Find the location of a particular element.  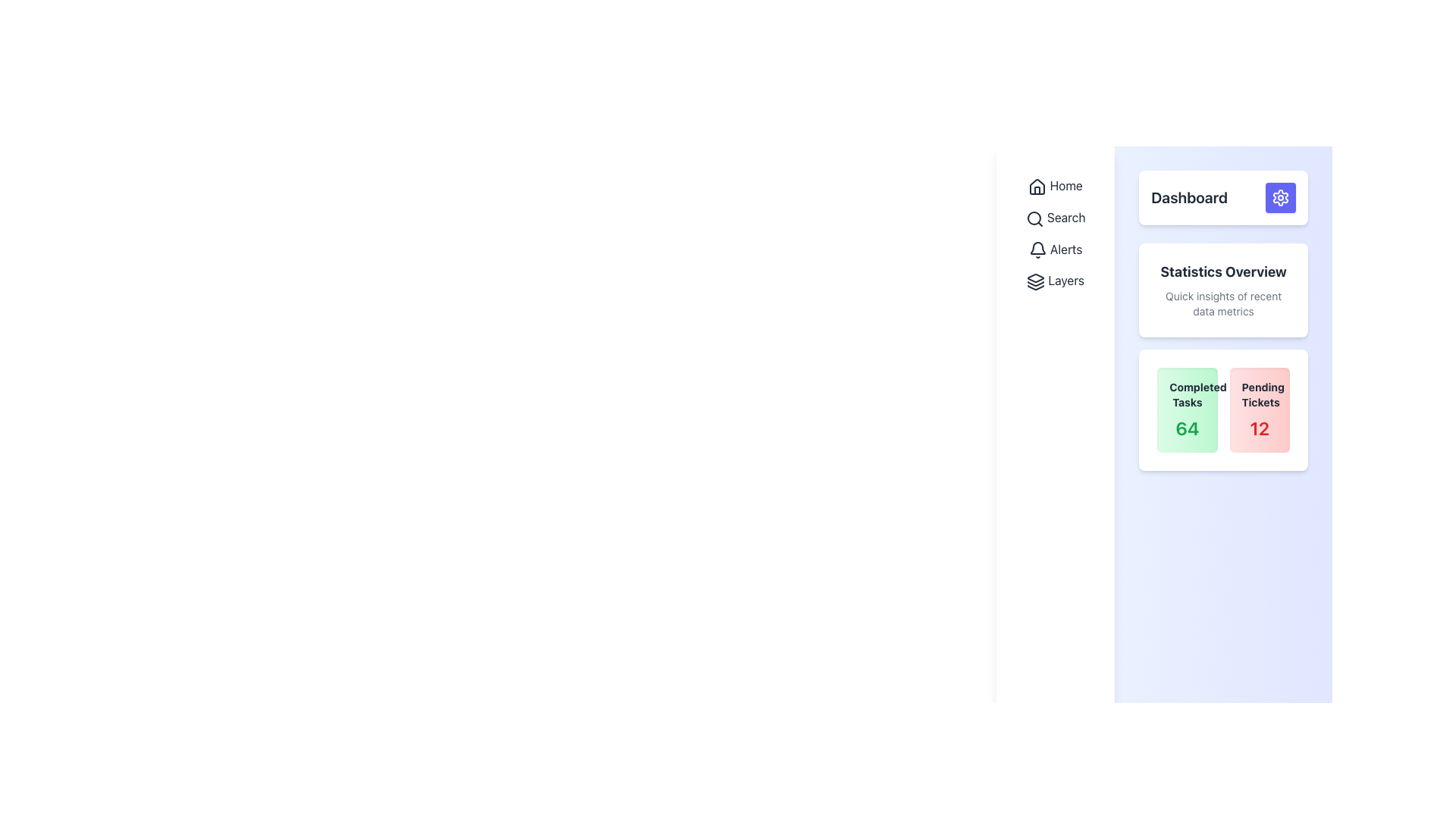

the header element that indicates the purpose of the 'Dashboard' and includes a gear icon for settings access is located at coordinates (1223, 197).